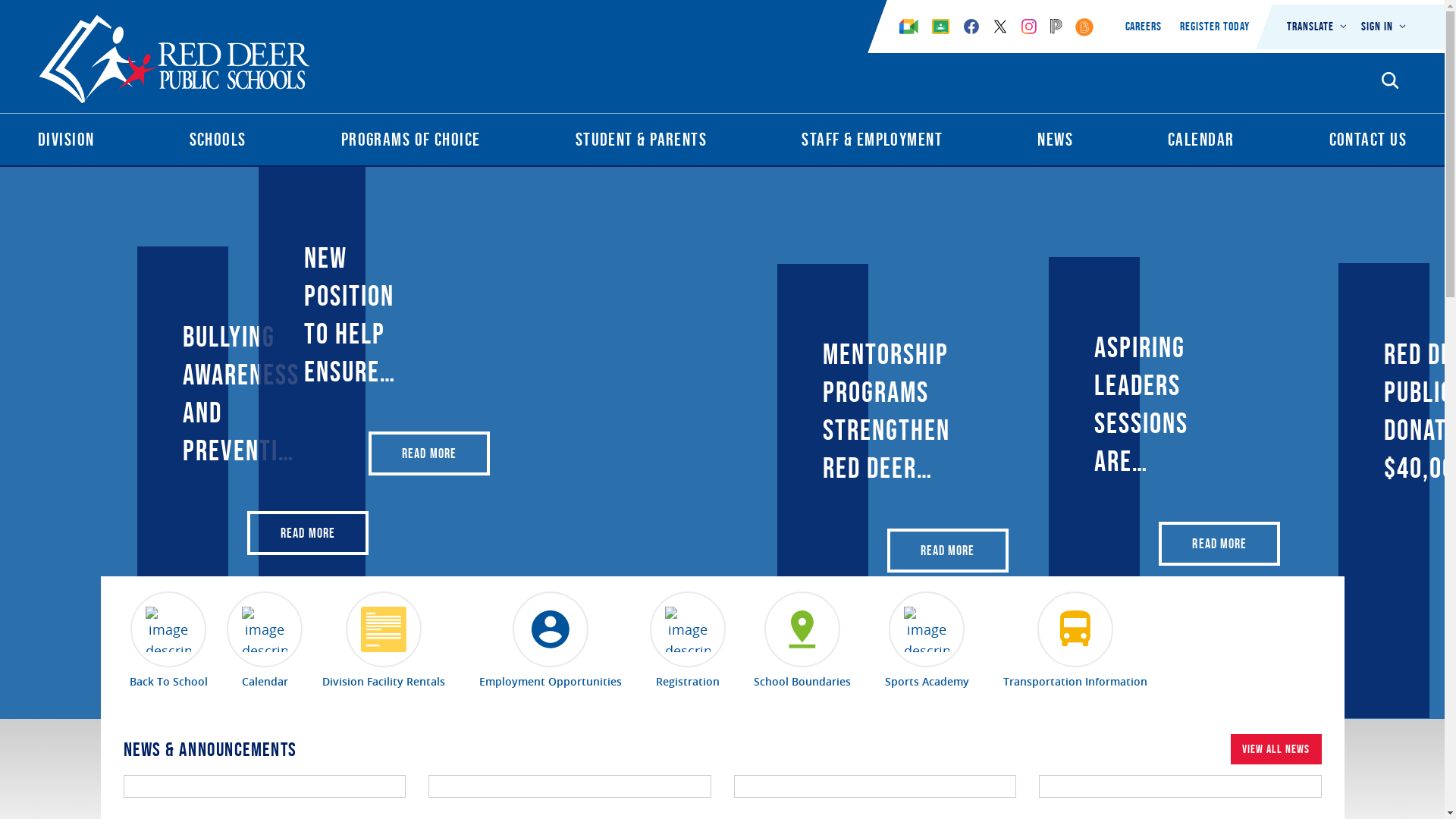  I want to click on 'Student & Parents', so click(641, 143).